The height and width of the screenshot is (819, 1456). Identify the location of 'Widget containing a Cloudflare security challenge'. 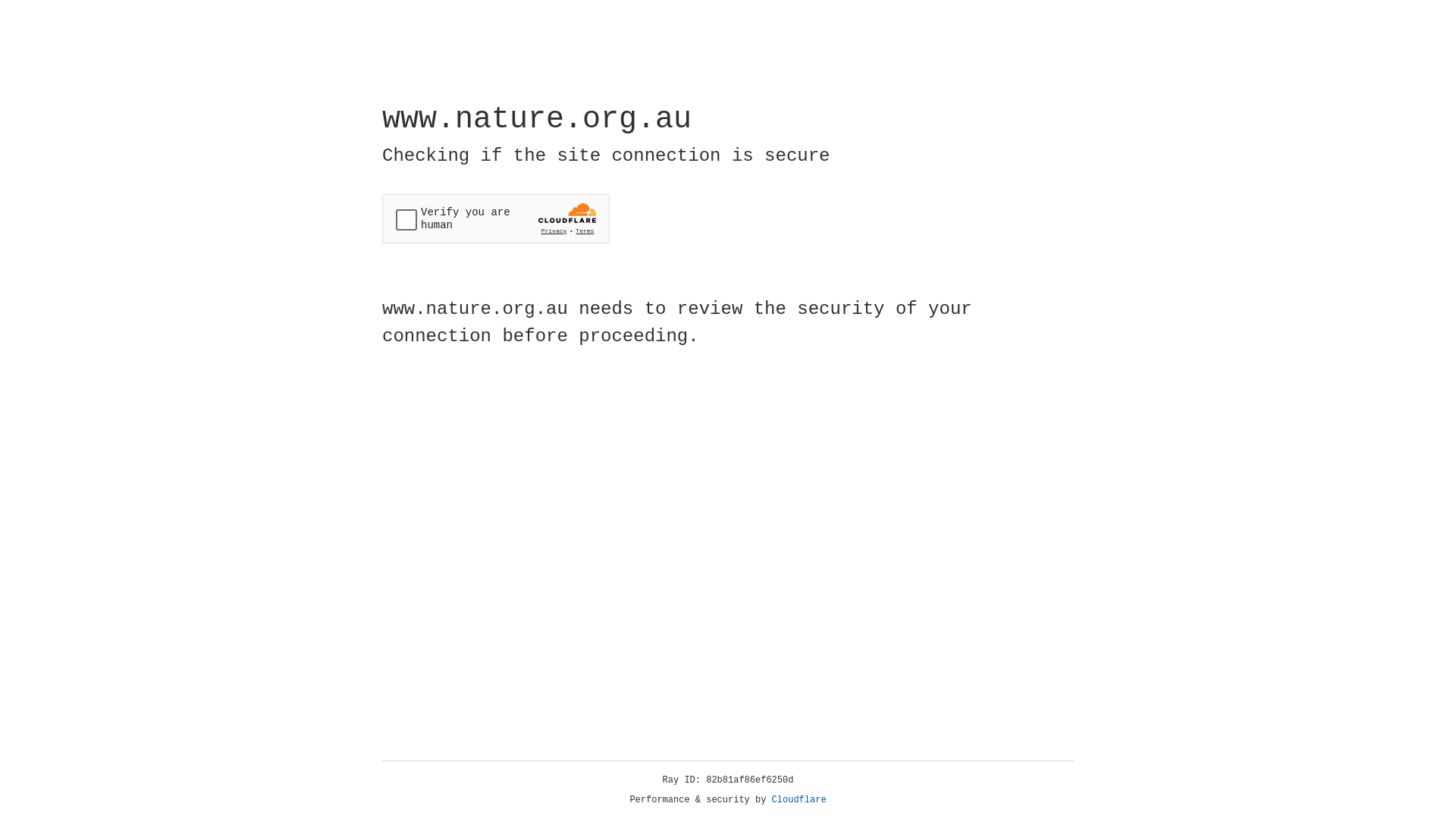
(495, 218).